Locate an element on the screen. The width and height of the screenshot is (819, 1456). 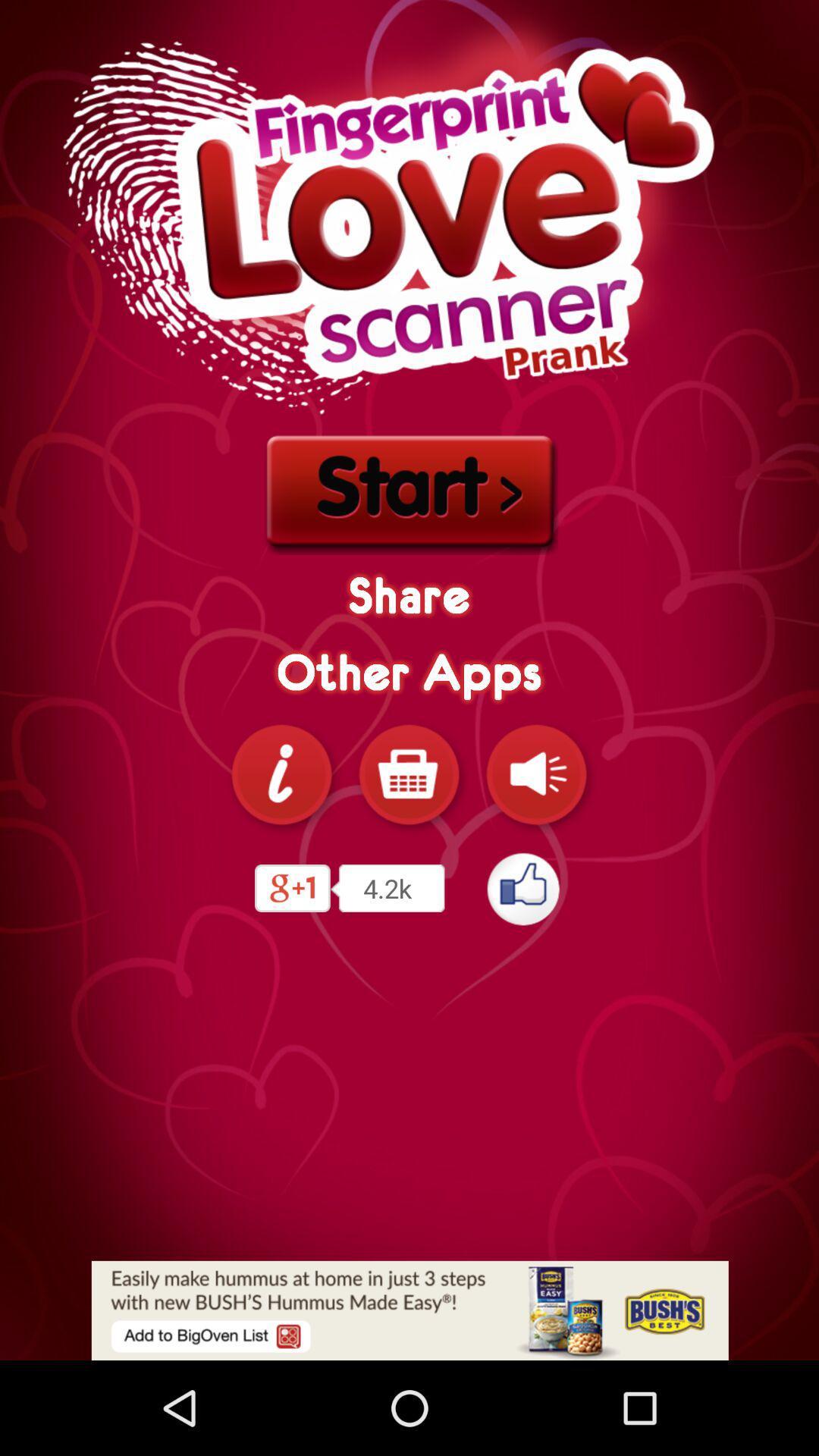
more information is located at coordinates (281, 774).